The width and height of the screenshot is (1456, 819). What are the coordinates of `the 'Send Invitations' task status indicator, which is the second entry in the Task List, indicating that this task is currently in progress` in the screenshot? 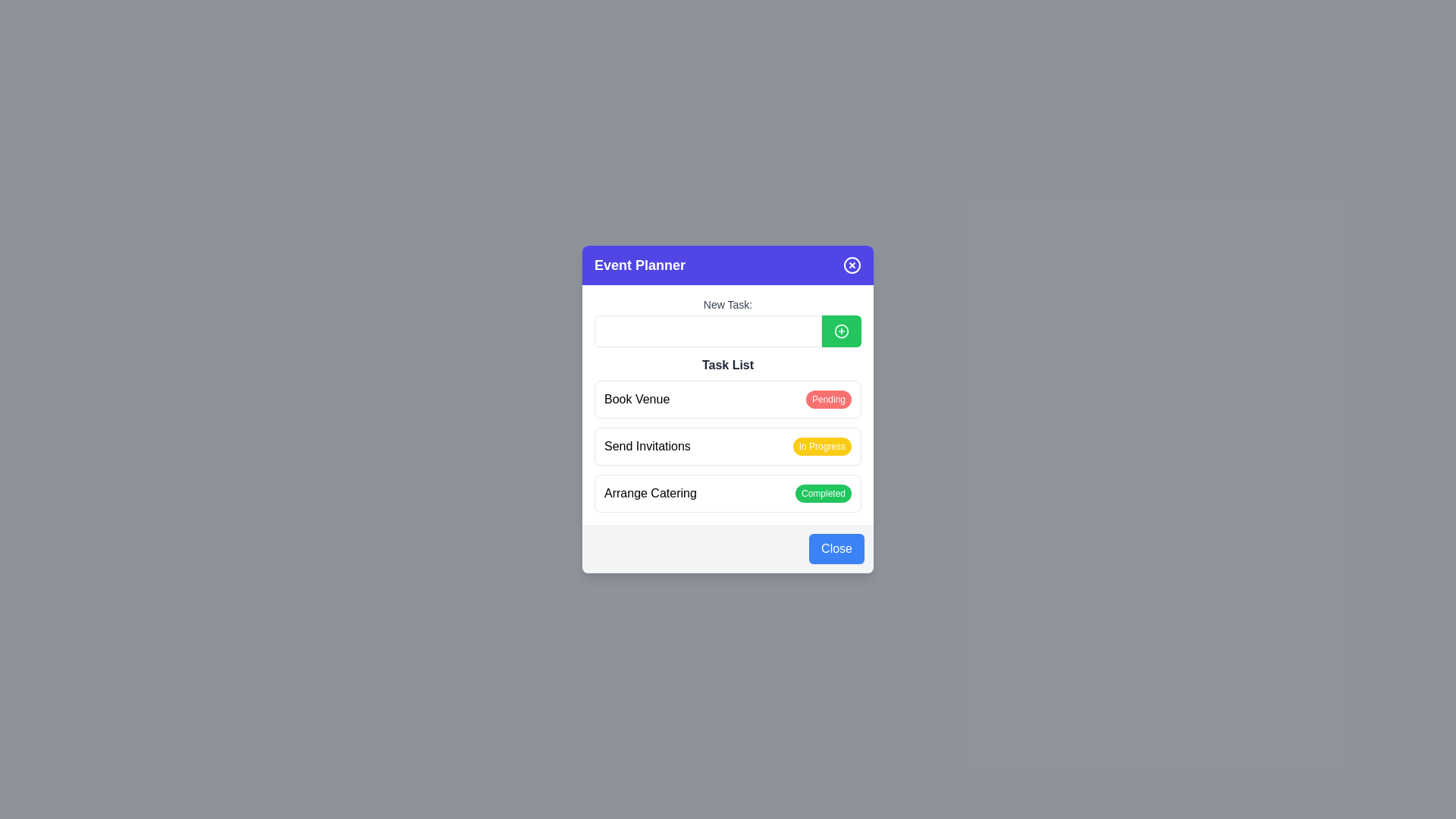 It's located at (728, 446).